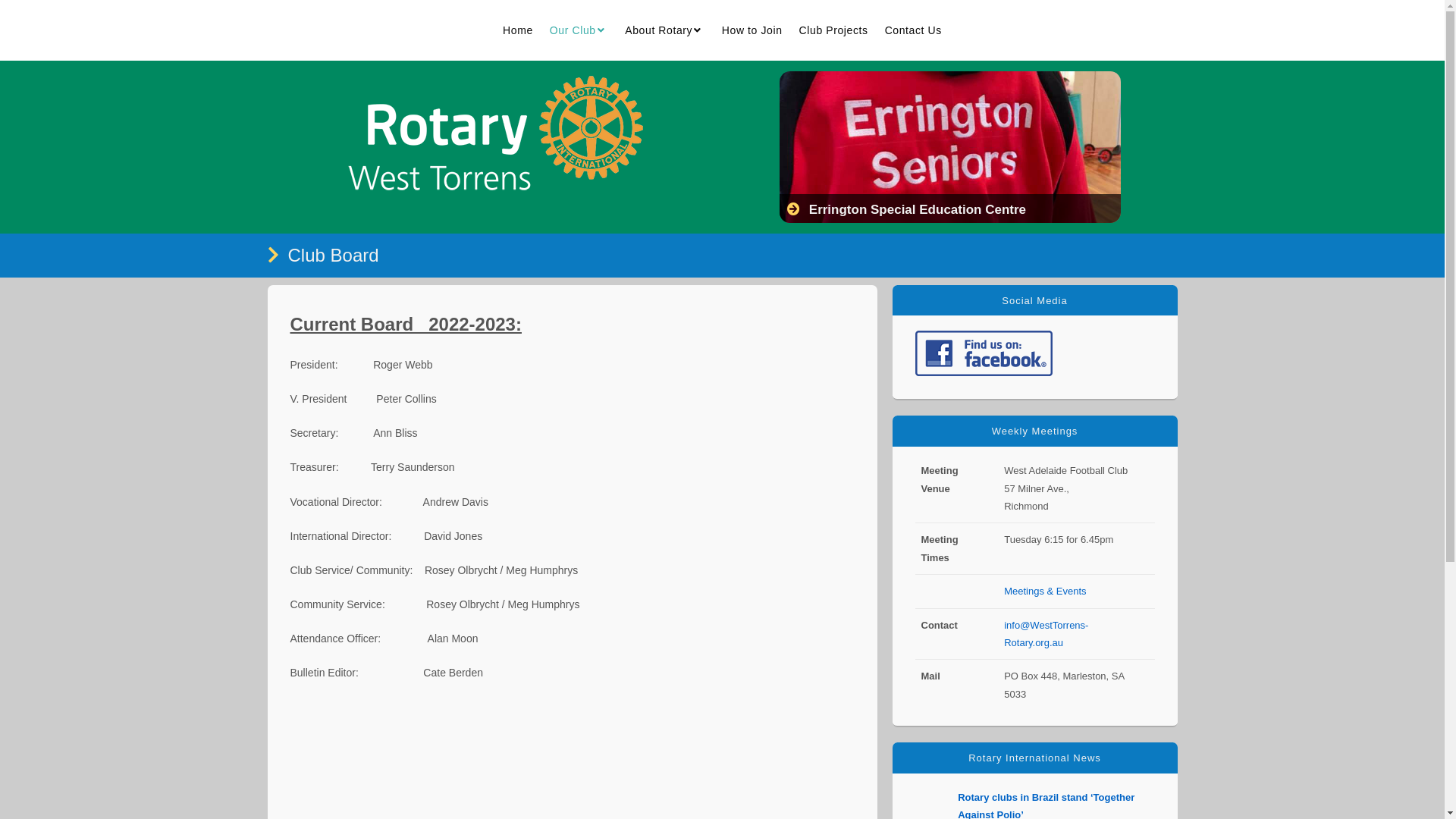 Image resolution: width=1456 pixels, height=819 pixels. I want to click on 'Our Club', so click(578, 30).